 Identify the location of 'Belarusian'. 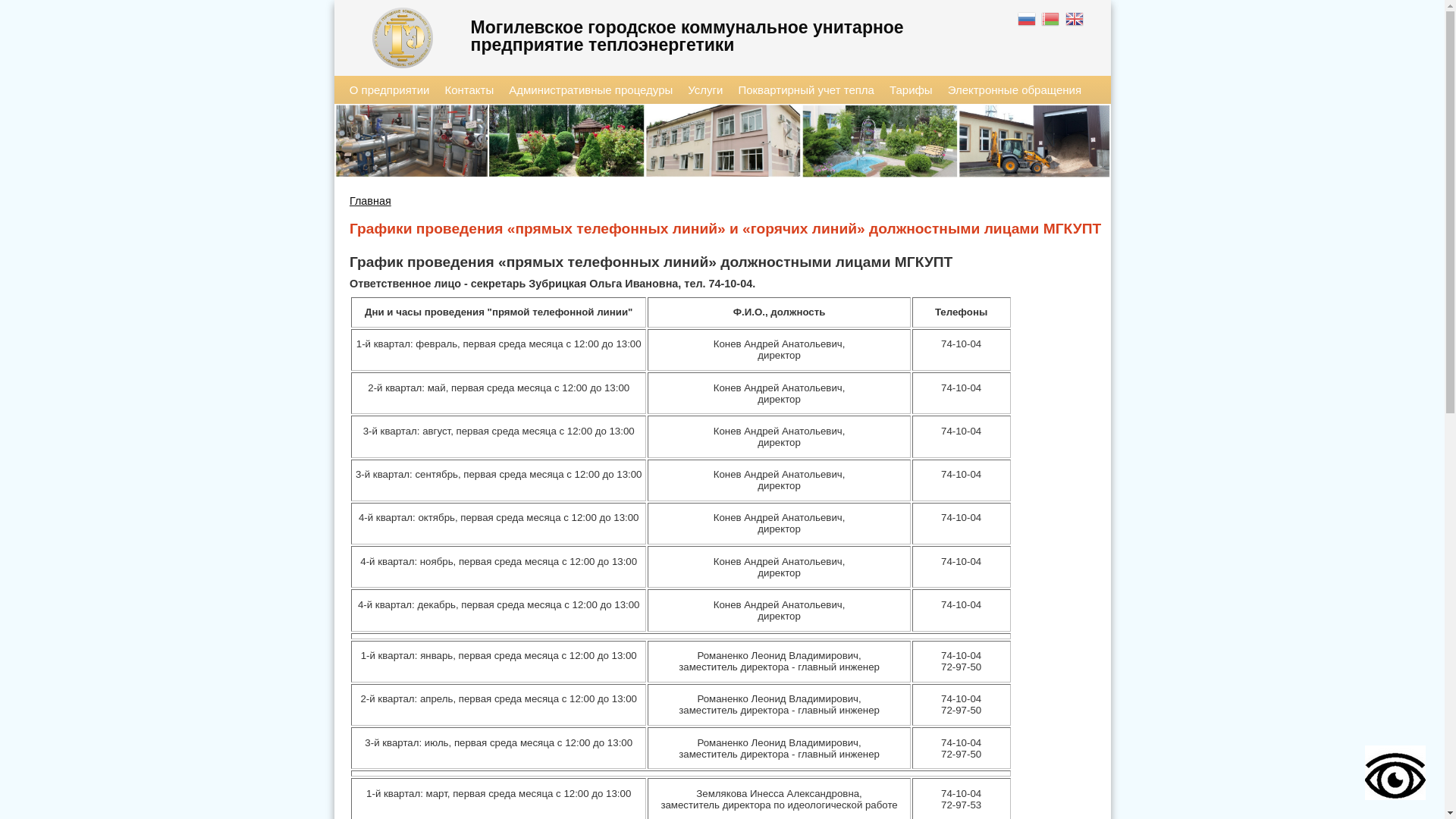
(1040, 20).